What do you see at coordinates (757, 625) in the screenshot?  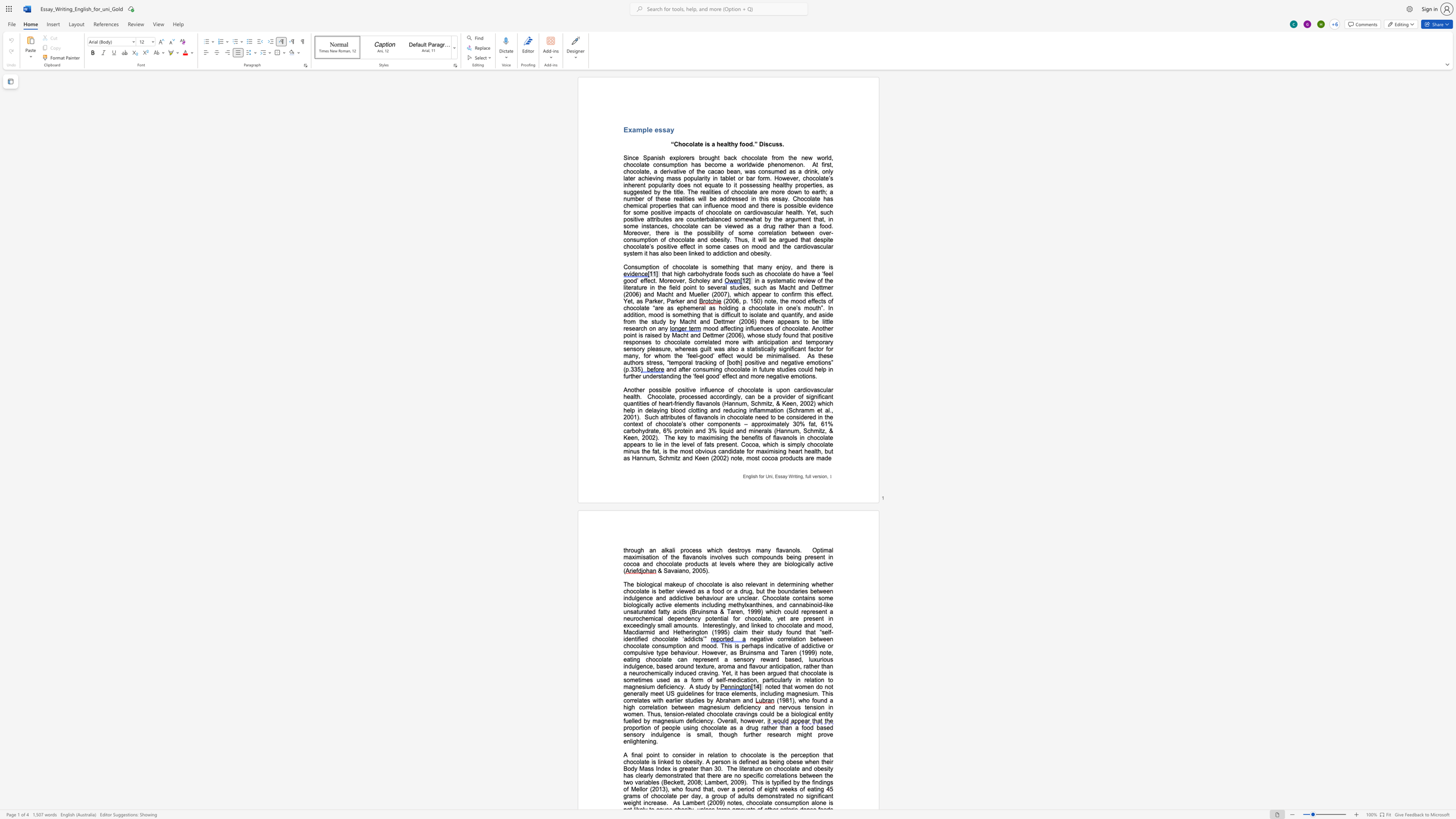 I see `the space between the continuous character "n" and "k" in the text` at bounding box center [757, 625].